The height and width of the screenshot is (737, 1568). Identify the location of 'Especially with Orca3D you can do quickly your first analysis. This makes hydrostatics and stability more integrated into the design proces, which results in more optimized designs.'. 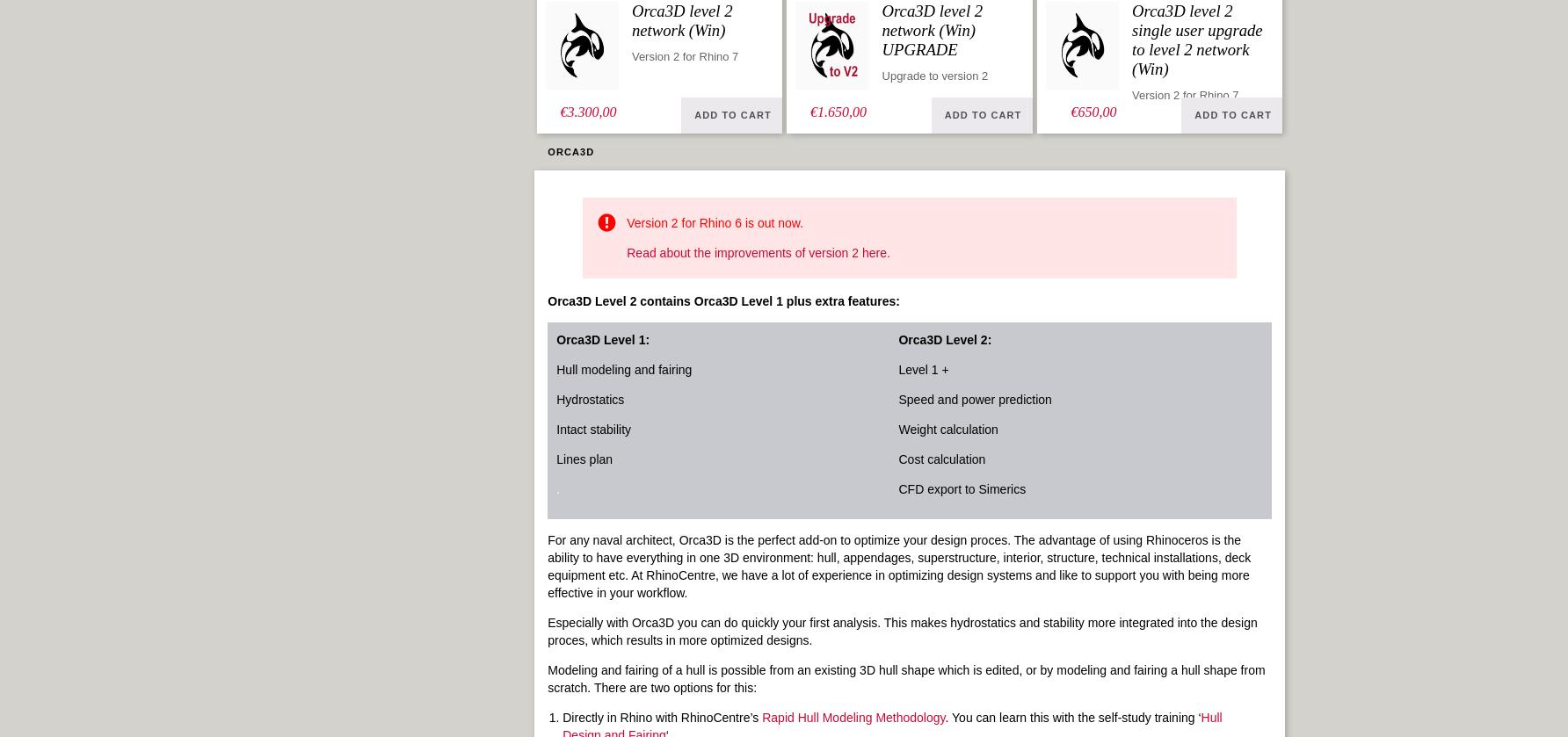
(901, 631).